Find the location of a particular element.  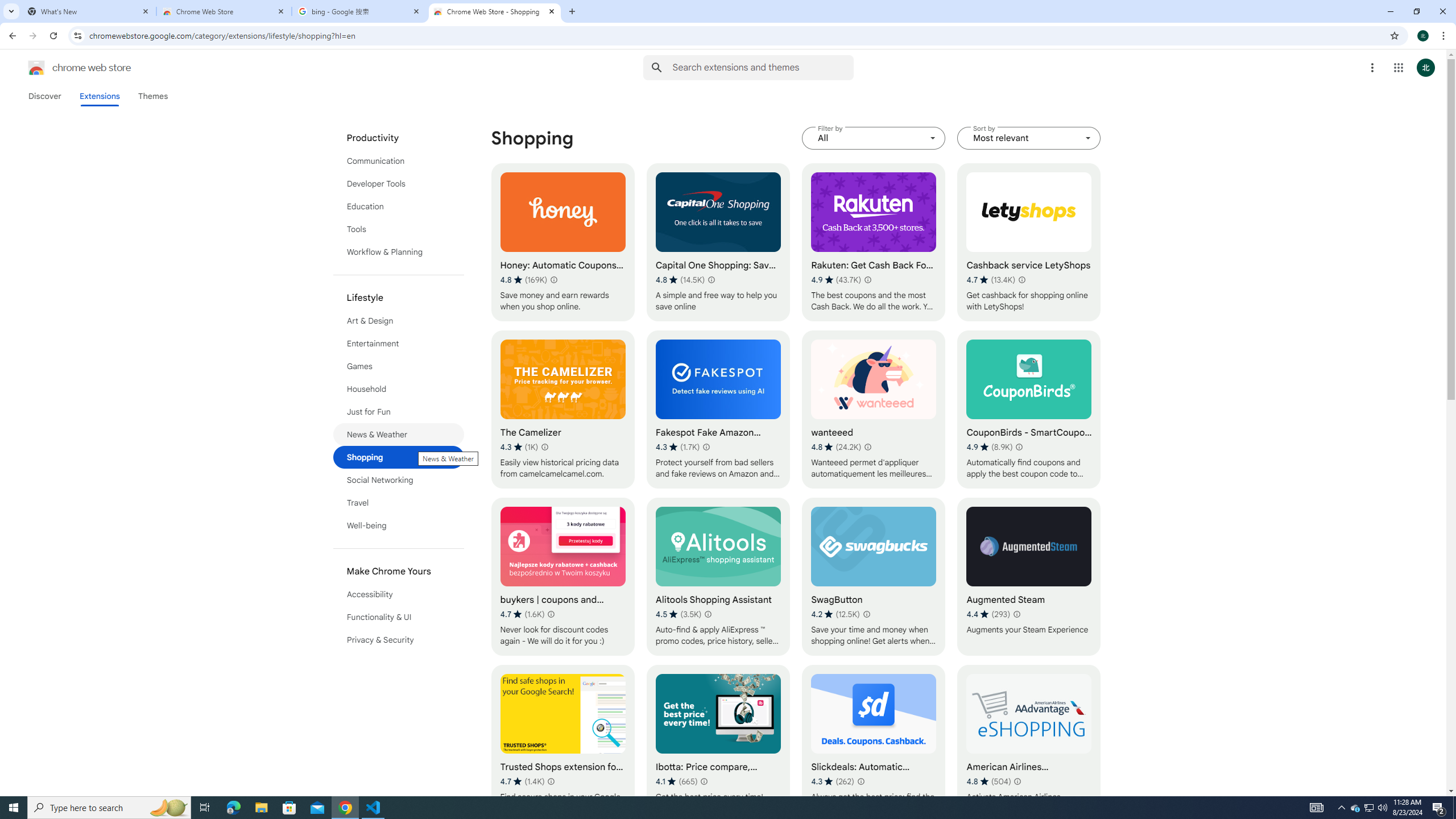

'Trusted Shops extension for Google Chrome' is located at coordinates (562, 743).